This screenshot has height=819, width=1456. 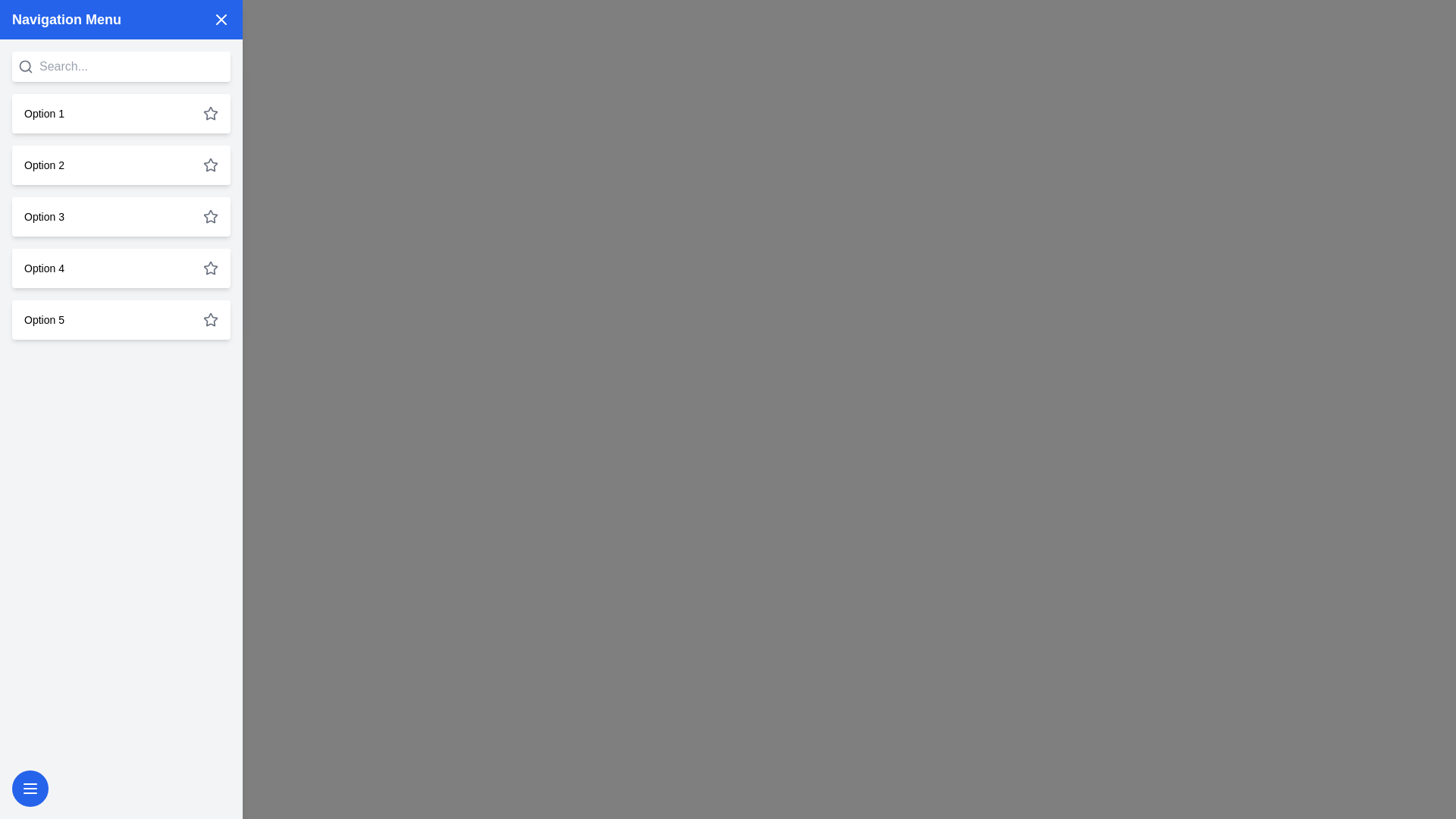 I want to click on the gray star-shaped icon with a hollow center located in the 'Option 4' block, so click(x=210, y=268).